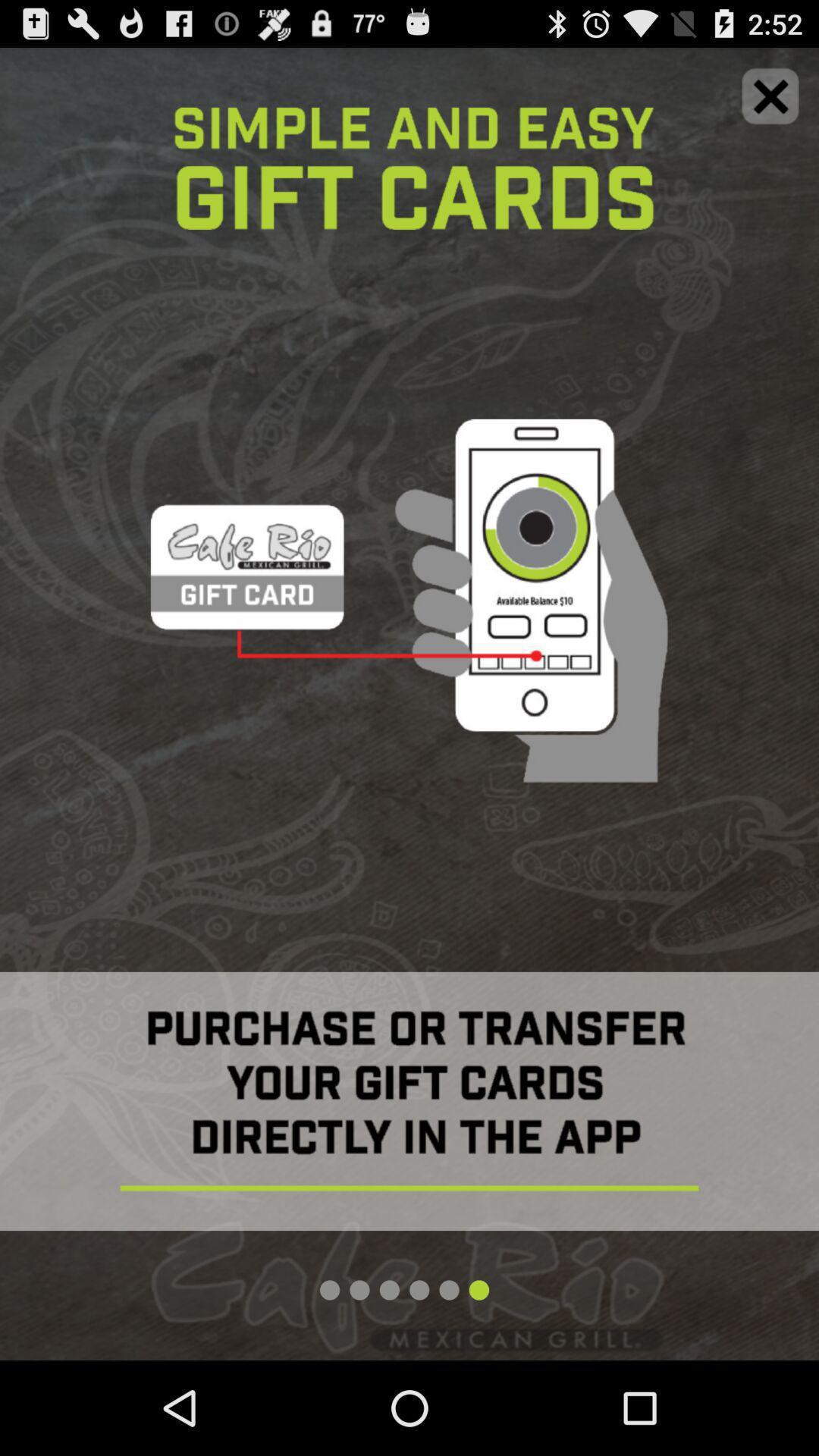 The image size is (819, 1456). I want to click on cancel, so click(770, 95).